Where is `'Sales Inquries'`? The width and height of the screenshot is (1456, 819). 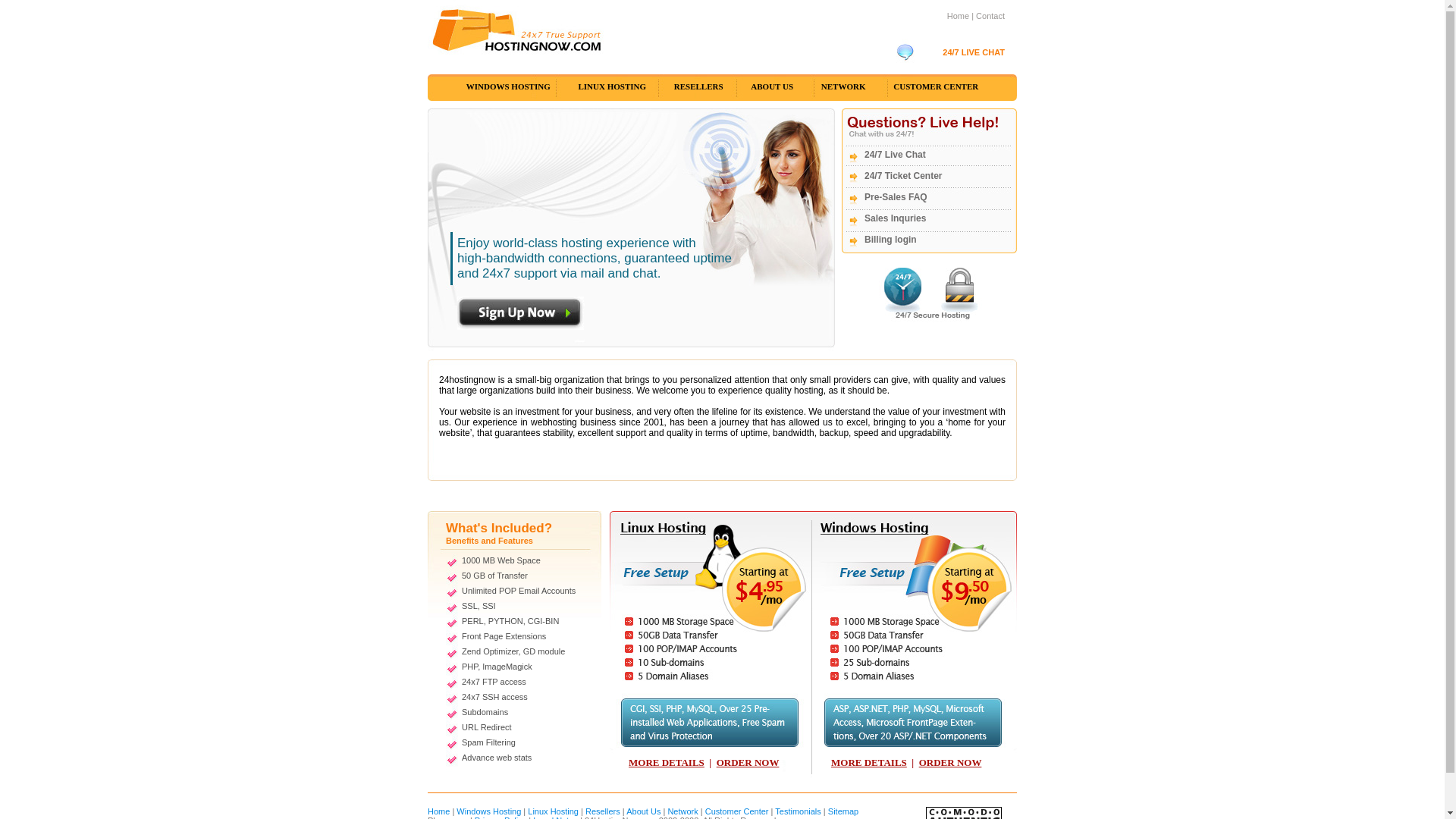 'Sales Inquries' is located at coordinates (895, 218).